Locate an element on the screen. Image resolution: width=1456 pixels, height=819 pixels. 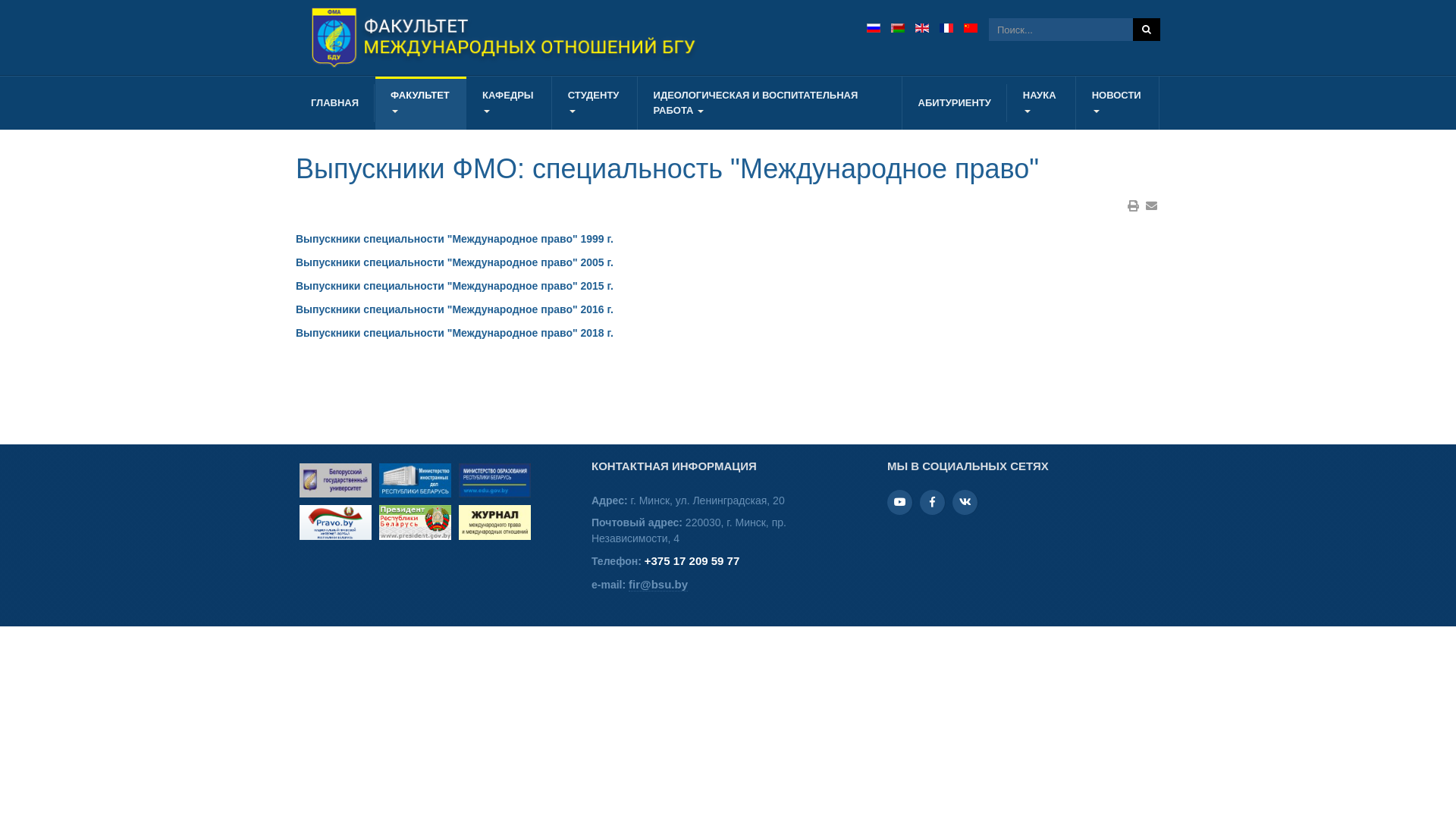
'French' is located at coordinates (946, 28).